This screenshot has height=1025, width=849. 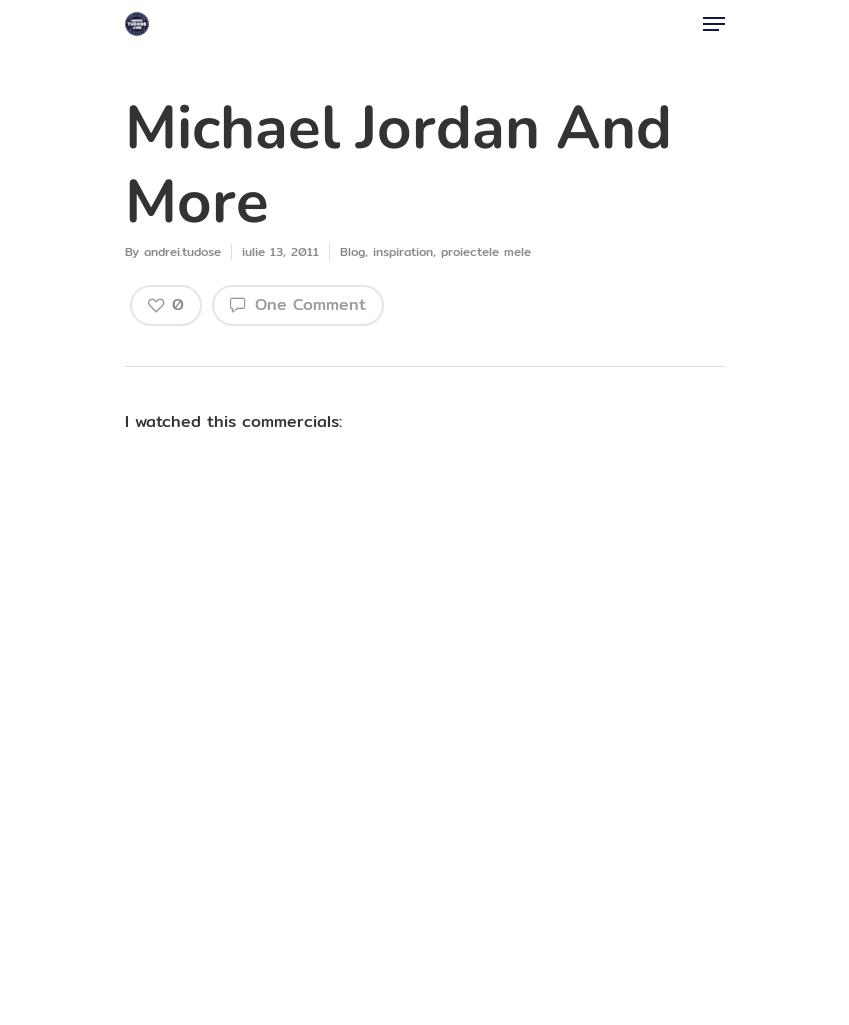 What do you see at coordinates (722, 929) in the screenshot?
I see `'Antreprenorul'` at bounding box center [722, 929].